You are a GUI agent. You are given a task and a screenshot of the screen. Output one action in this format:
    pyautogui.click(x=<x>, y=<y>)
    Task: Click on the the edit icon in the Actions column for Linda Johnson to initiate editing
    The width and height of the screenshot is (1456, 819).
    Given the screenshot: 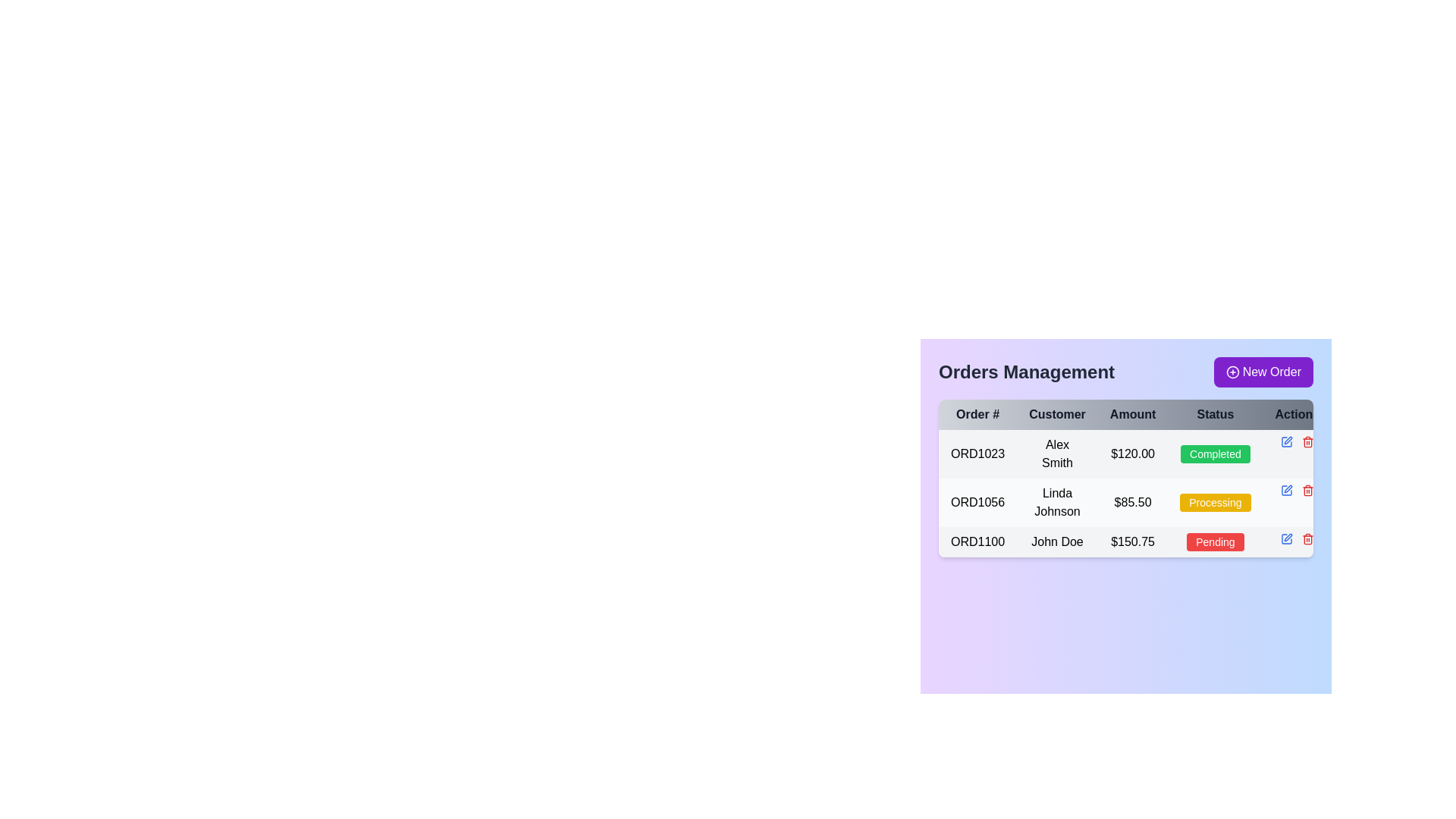 What is the action you would take?
    pyautogui.click(x=1285, y=441)
    